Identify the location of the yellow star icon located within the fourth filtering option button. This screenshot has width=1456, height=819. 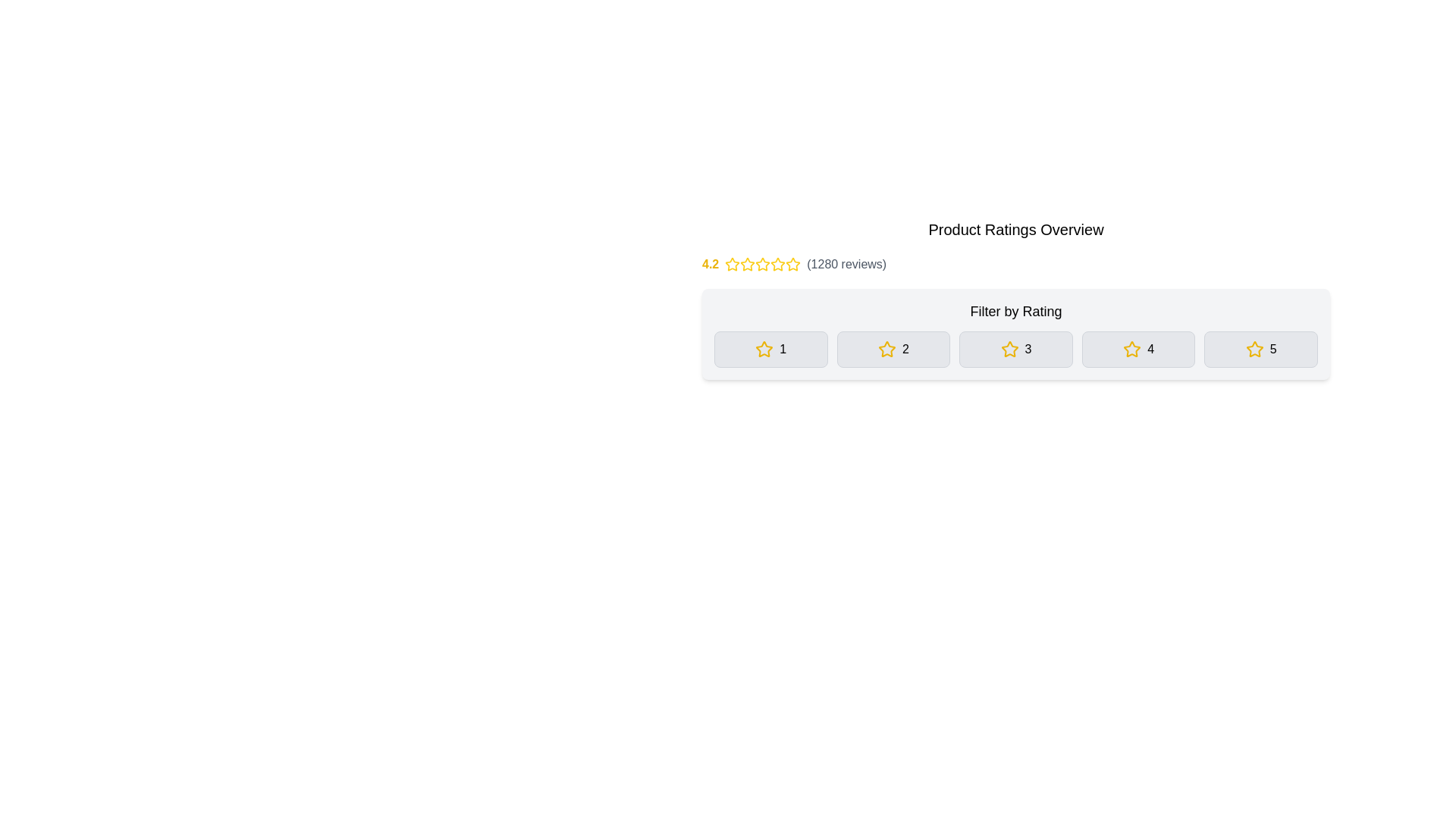
(1131, 350).